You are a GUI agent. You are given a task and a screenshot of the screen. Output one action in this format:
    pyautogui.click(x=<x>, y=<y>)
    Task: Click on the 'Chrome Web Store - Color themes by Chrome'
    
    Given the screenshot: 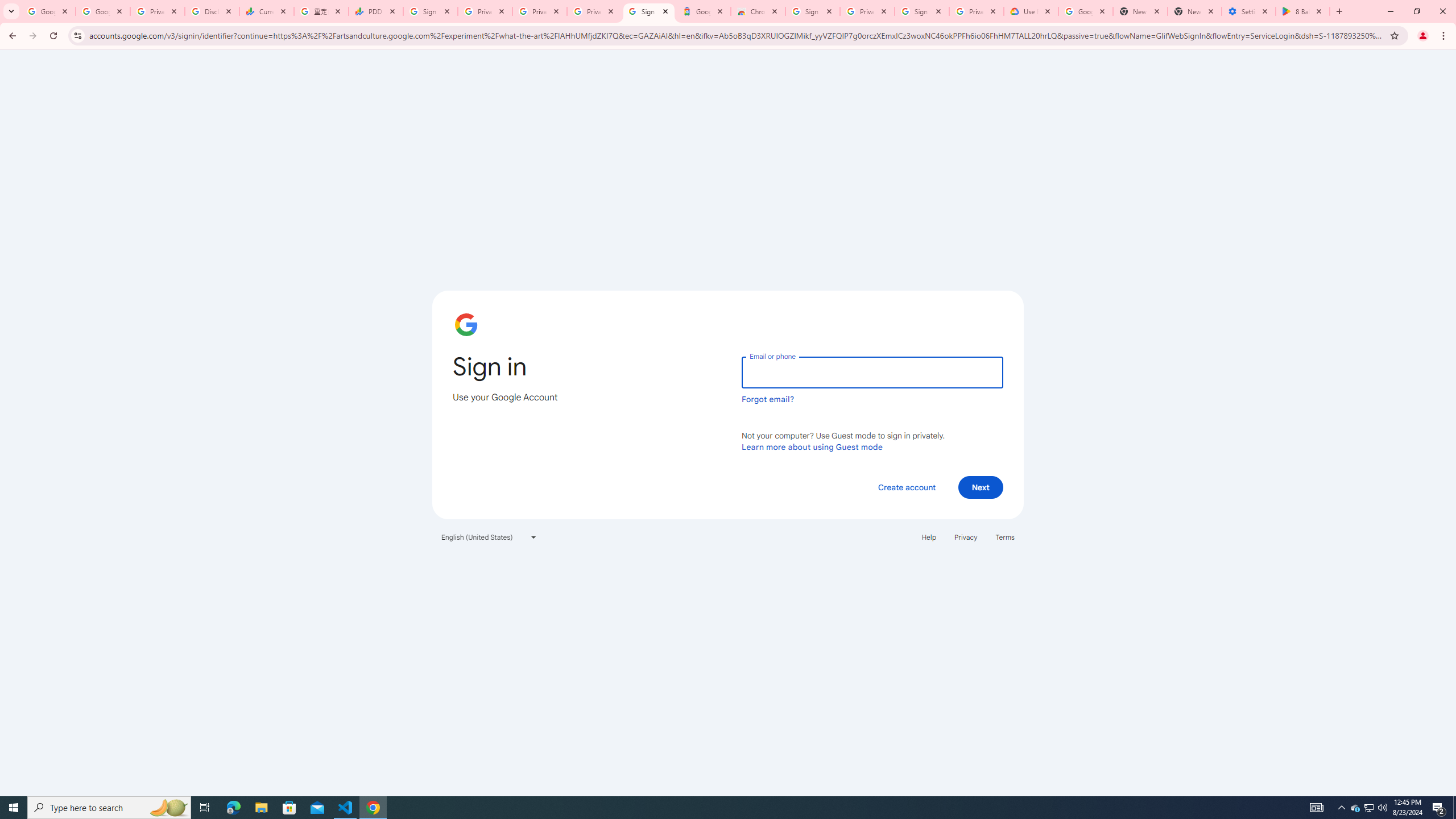 What is the action you would take?
    pyautogui.click(x=758, y=11)
    